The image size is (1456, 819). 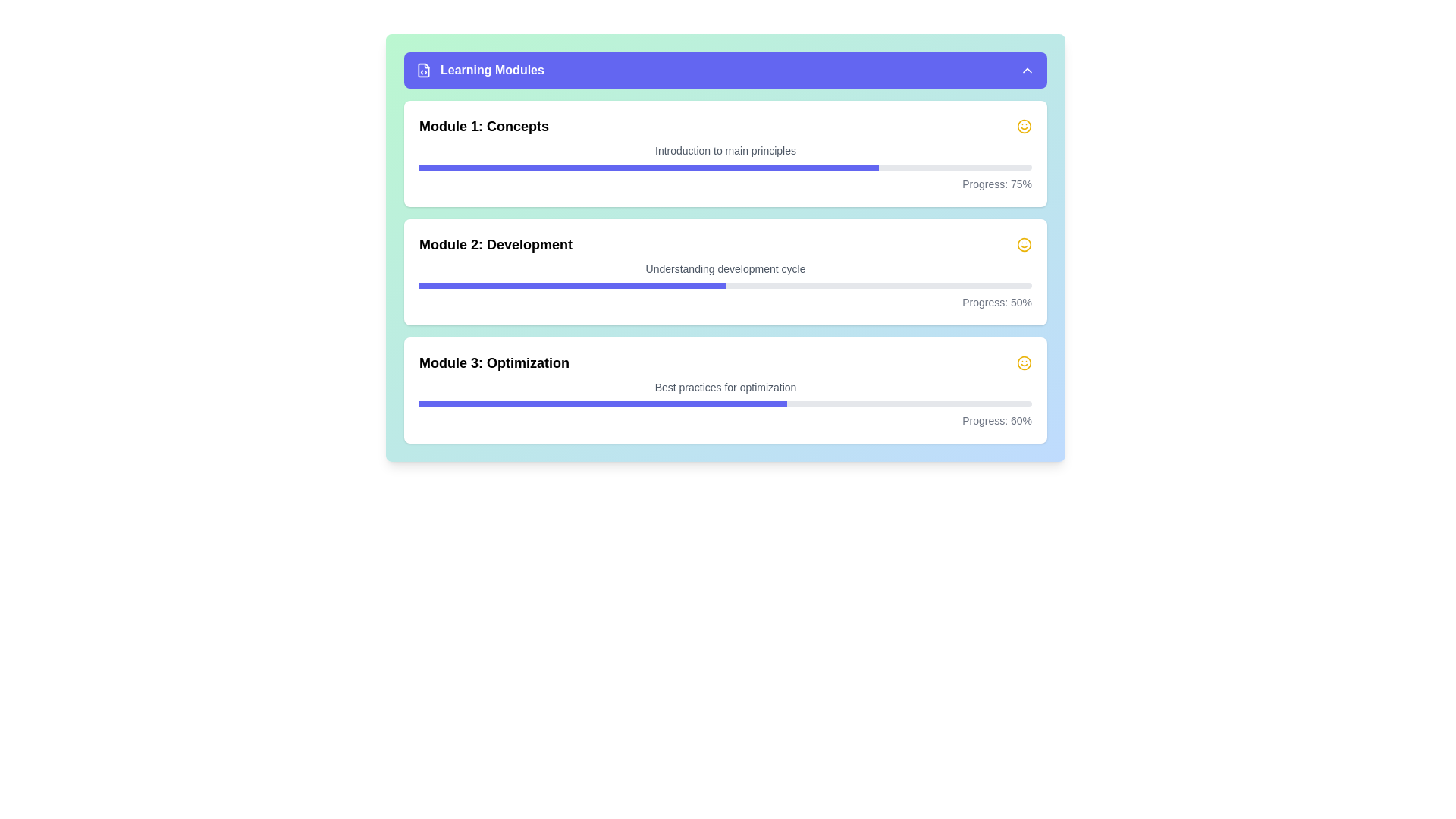 I want to click on the progress bar of the Informational card labeled 'Module 3: Optimization', which is located in the third position of the module list, so click(x=724, y=390).